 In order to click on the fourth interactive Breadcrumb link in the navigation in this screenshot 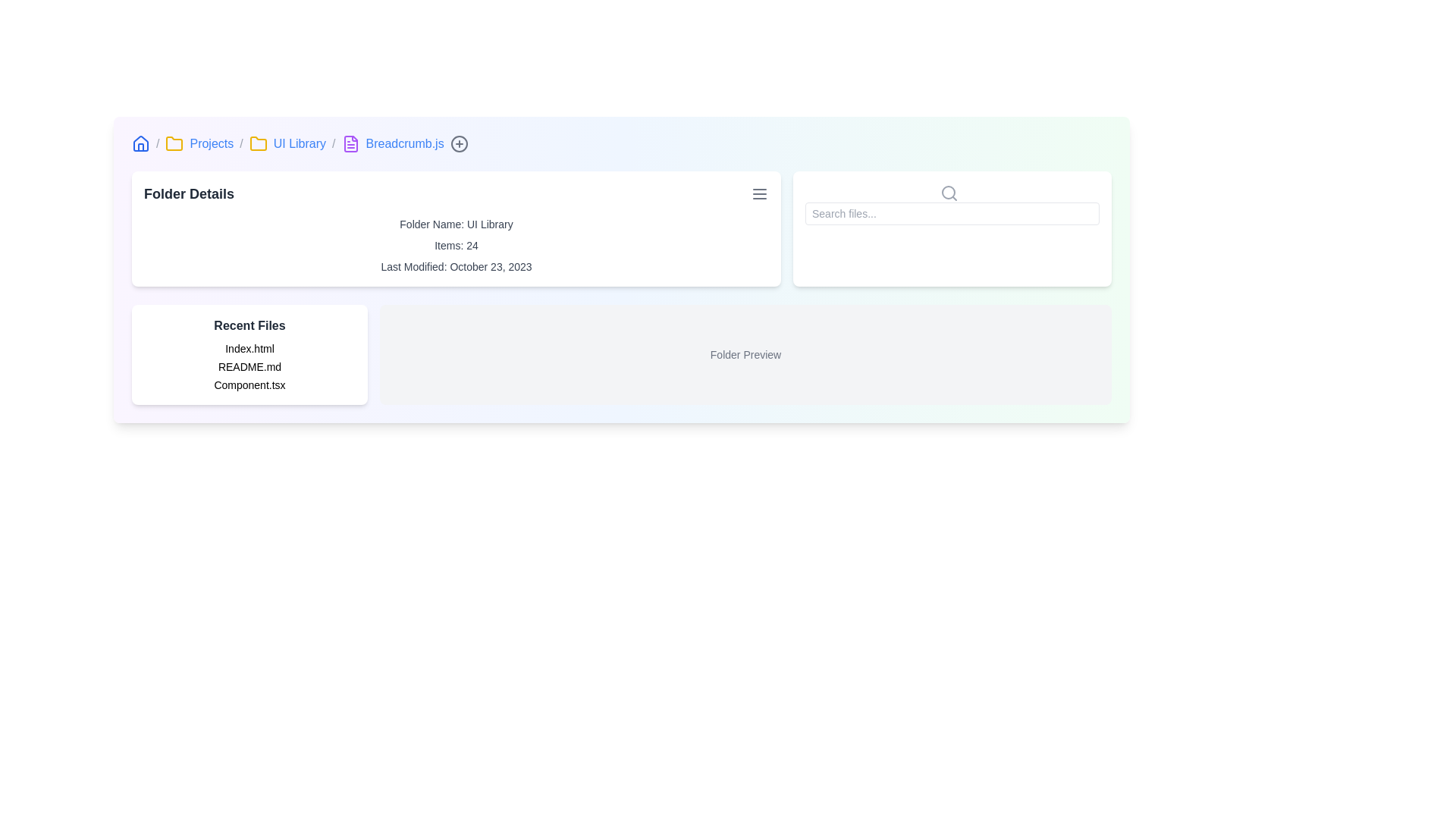, I will do `click(300, 143)`.